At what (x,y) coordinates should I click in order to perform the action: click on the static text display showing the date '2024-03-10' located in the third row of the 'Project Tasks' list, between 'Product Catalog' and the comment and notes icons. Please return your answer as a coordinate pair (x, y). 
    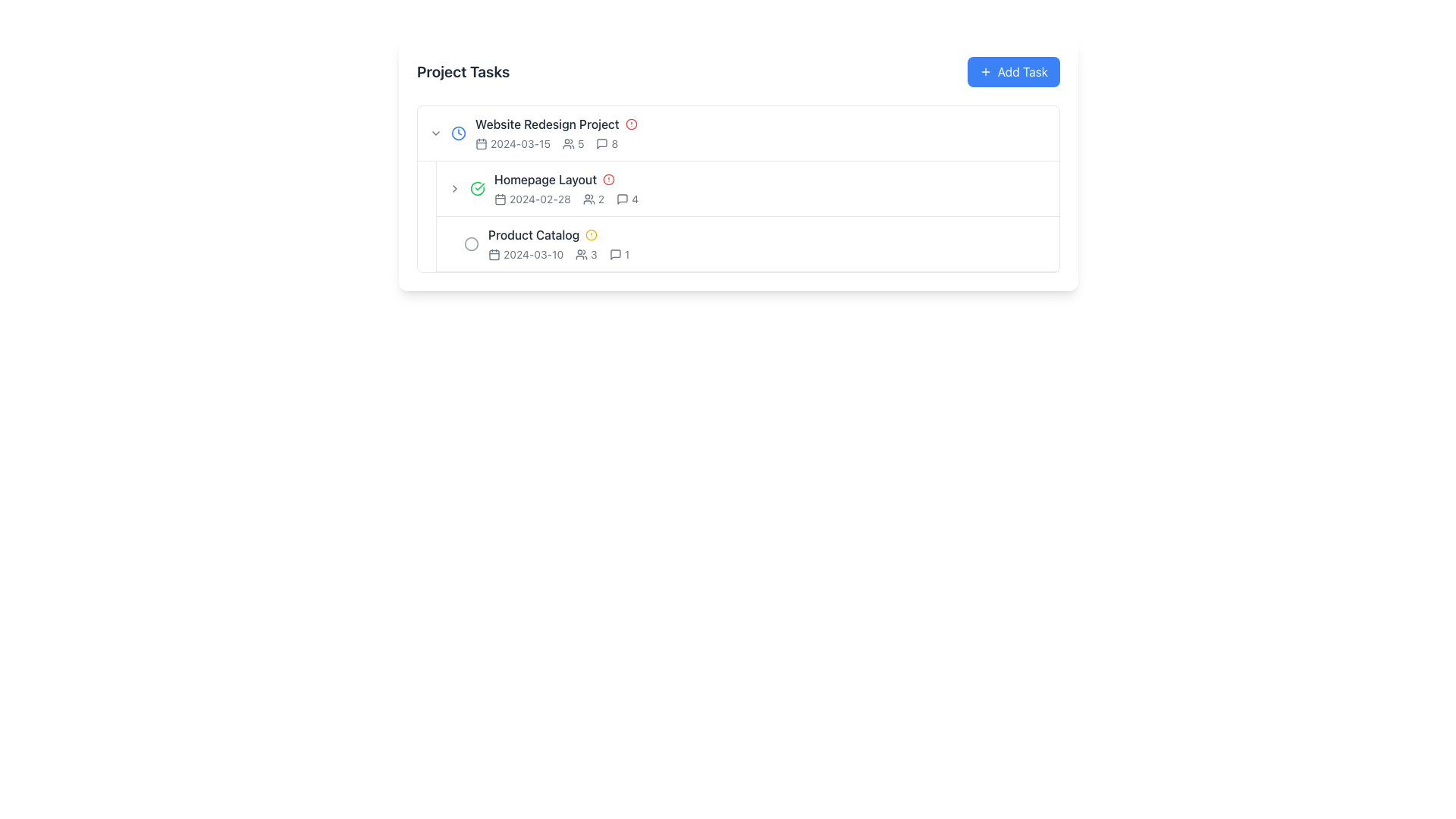
    Looking at the image, I should click on (533, 253).